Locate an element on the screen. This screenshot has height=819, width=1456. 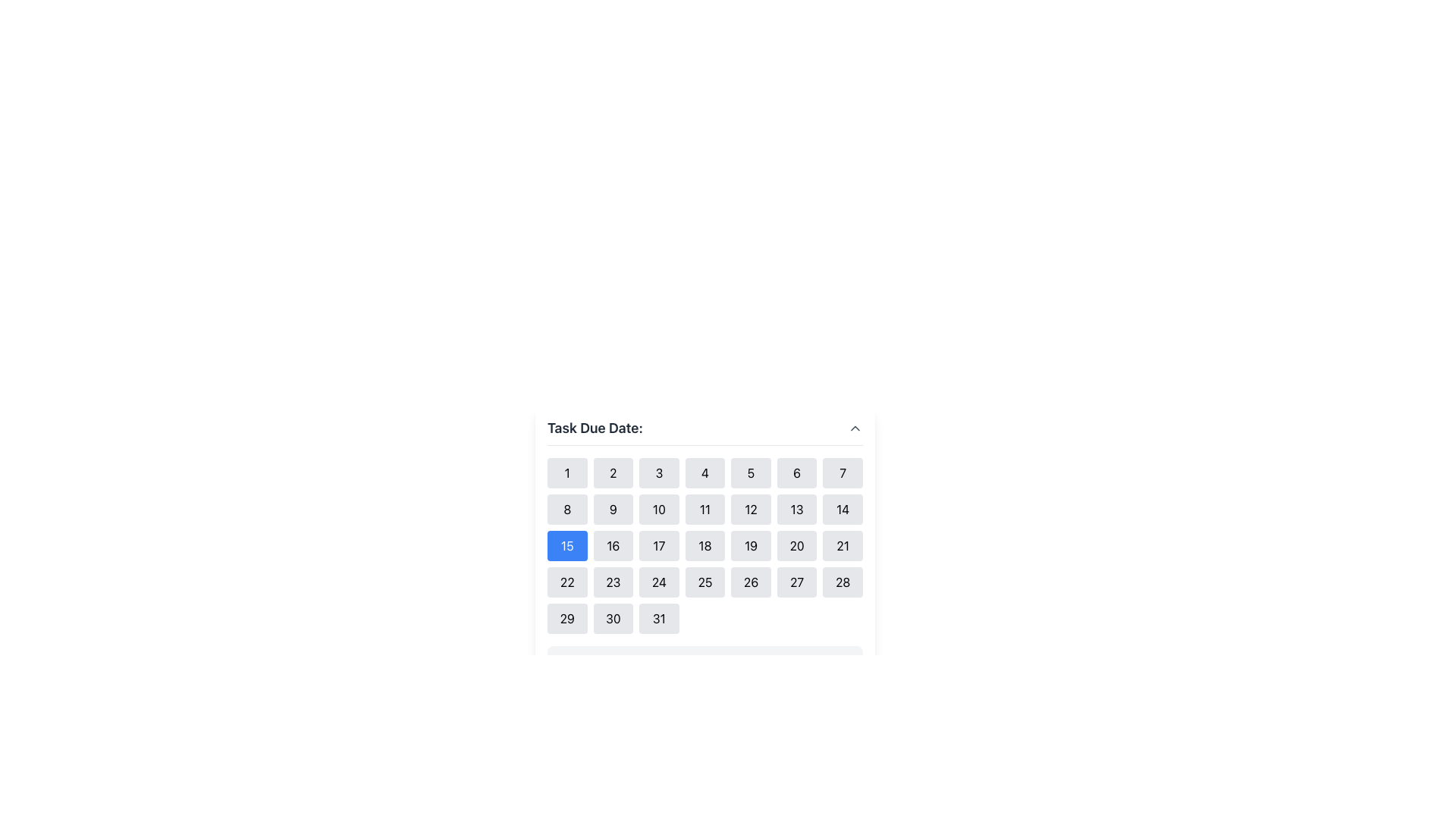
the square button with a rounded border and the number '7' in bold black text, located in the topmost row of a grid of buttons is located at coordinates (842, 472).